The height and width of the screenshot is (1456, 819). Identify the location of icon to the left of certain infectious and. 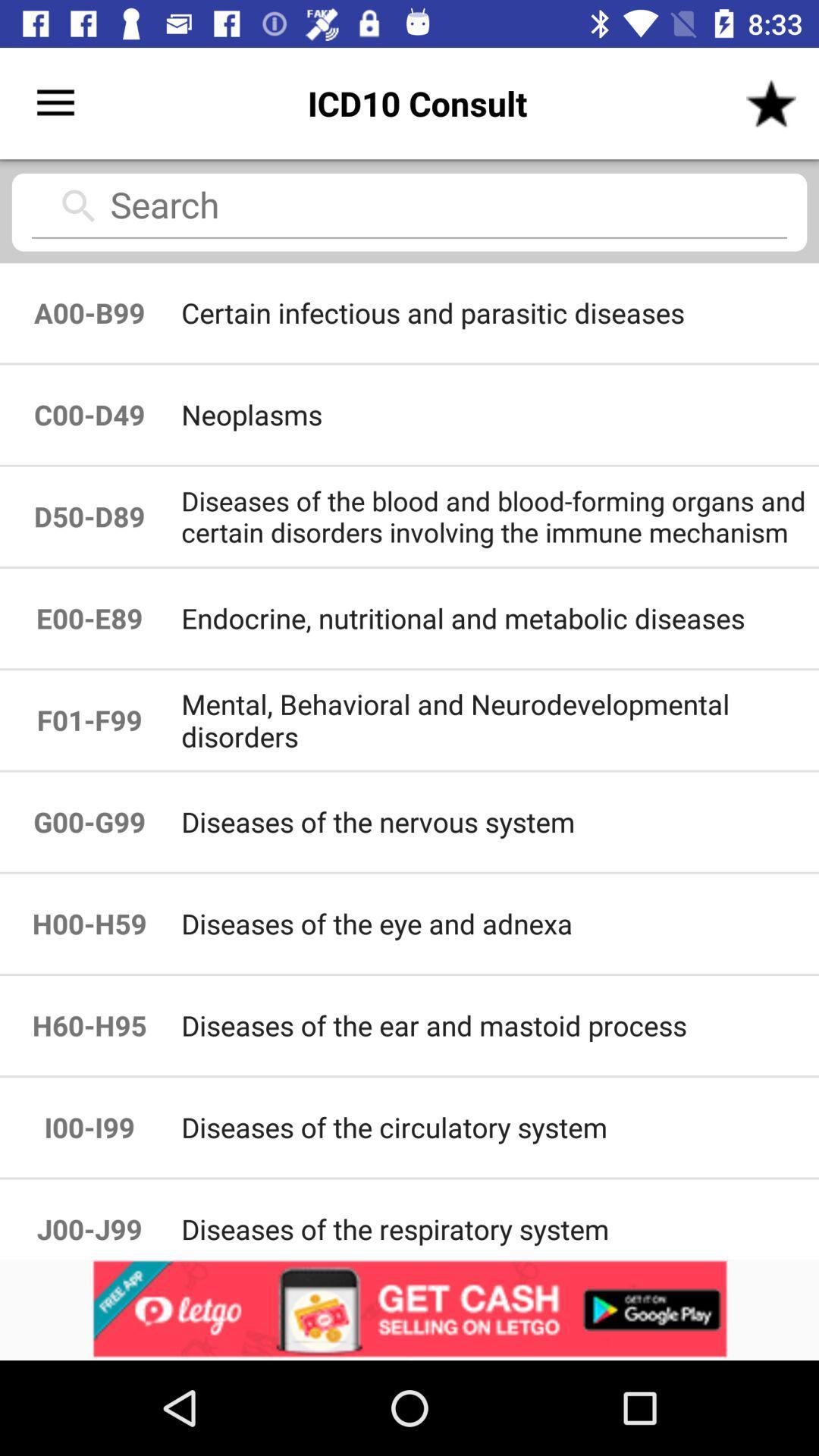
(89, 415).